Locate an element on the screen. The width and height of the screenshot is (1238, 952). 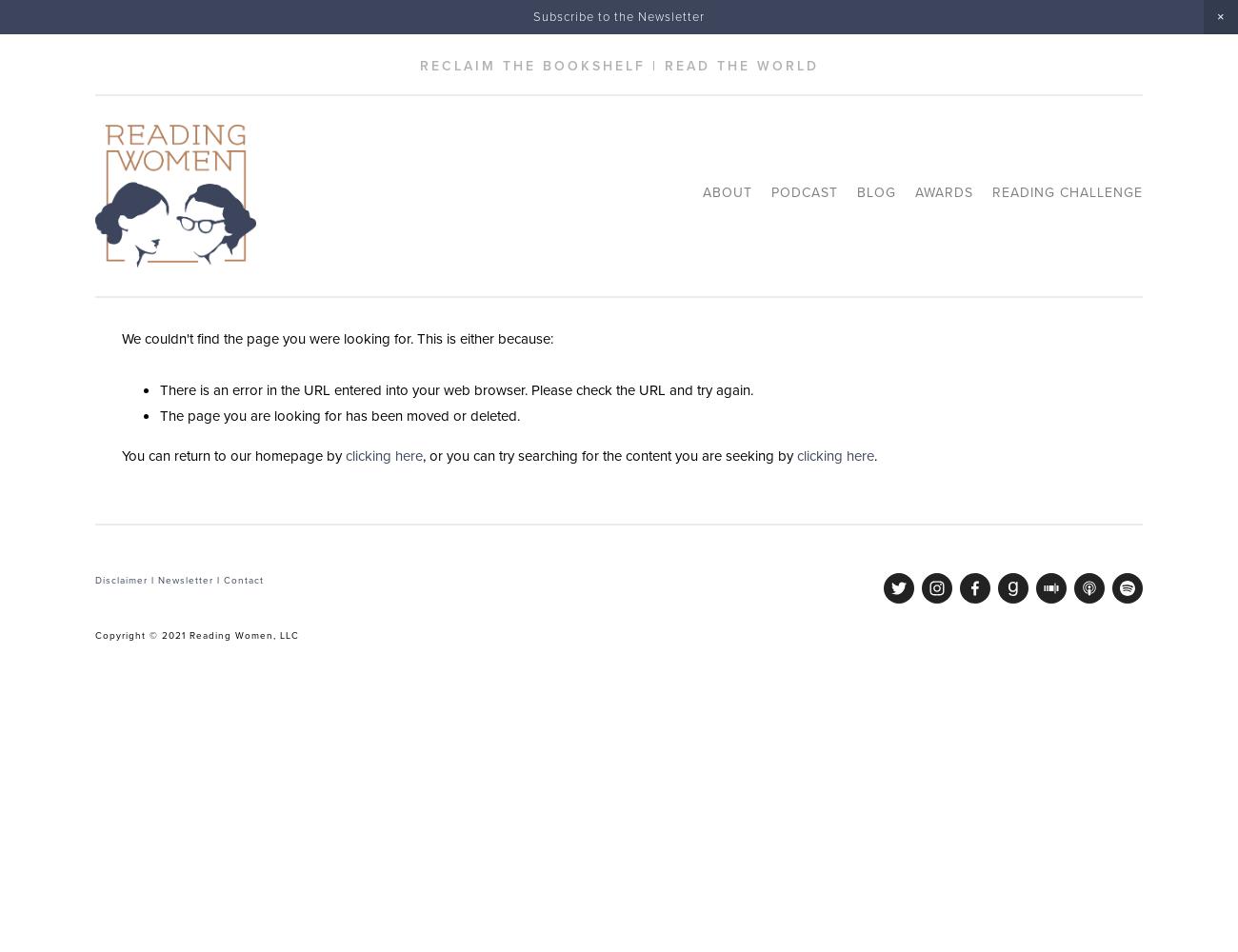
'Disclaimer' is located at coordinates (120, 579).